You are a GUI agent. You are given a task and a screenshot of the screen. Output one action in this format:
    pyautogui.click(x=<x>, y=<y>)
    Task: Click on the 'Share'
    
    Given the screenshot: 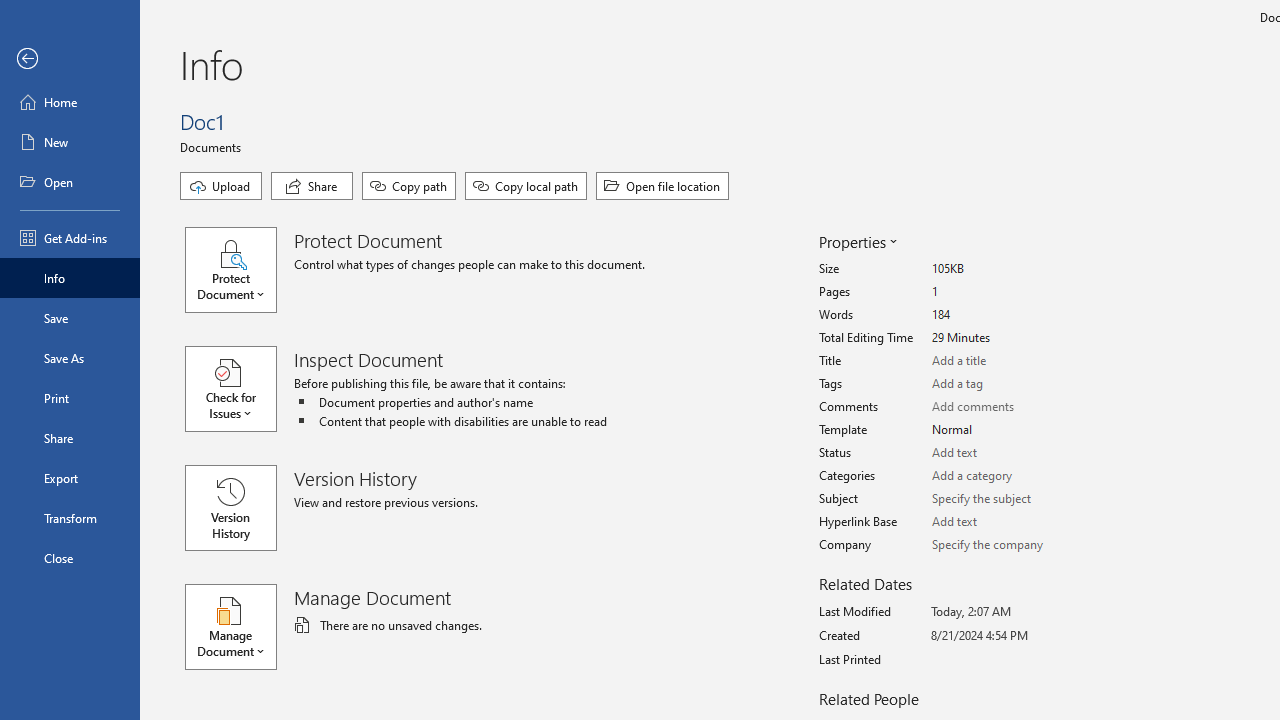 What is the action you would take?
    pyautogui.click(x=311, y=186)
    